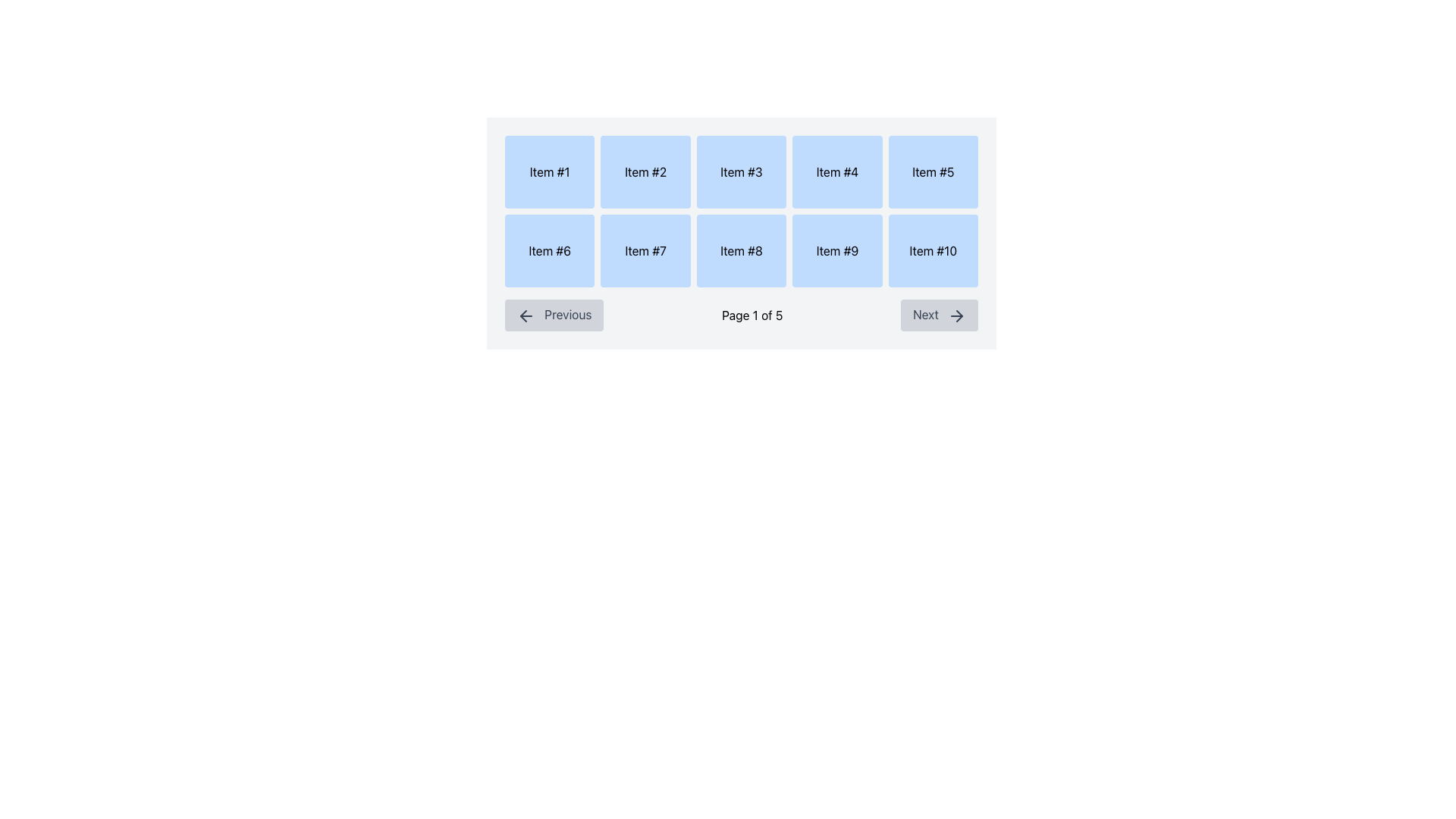  What do you see at coordinates (742, 314) in the screenshot?
I see `page information displayed at the center of the Pagination Control, which shows the current page status like 'Page 1 of 5'` at bounding box center [742, 314].